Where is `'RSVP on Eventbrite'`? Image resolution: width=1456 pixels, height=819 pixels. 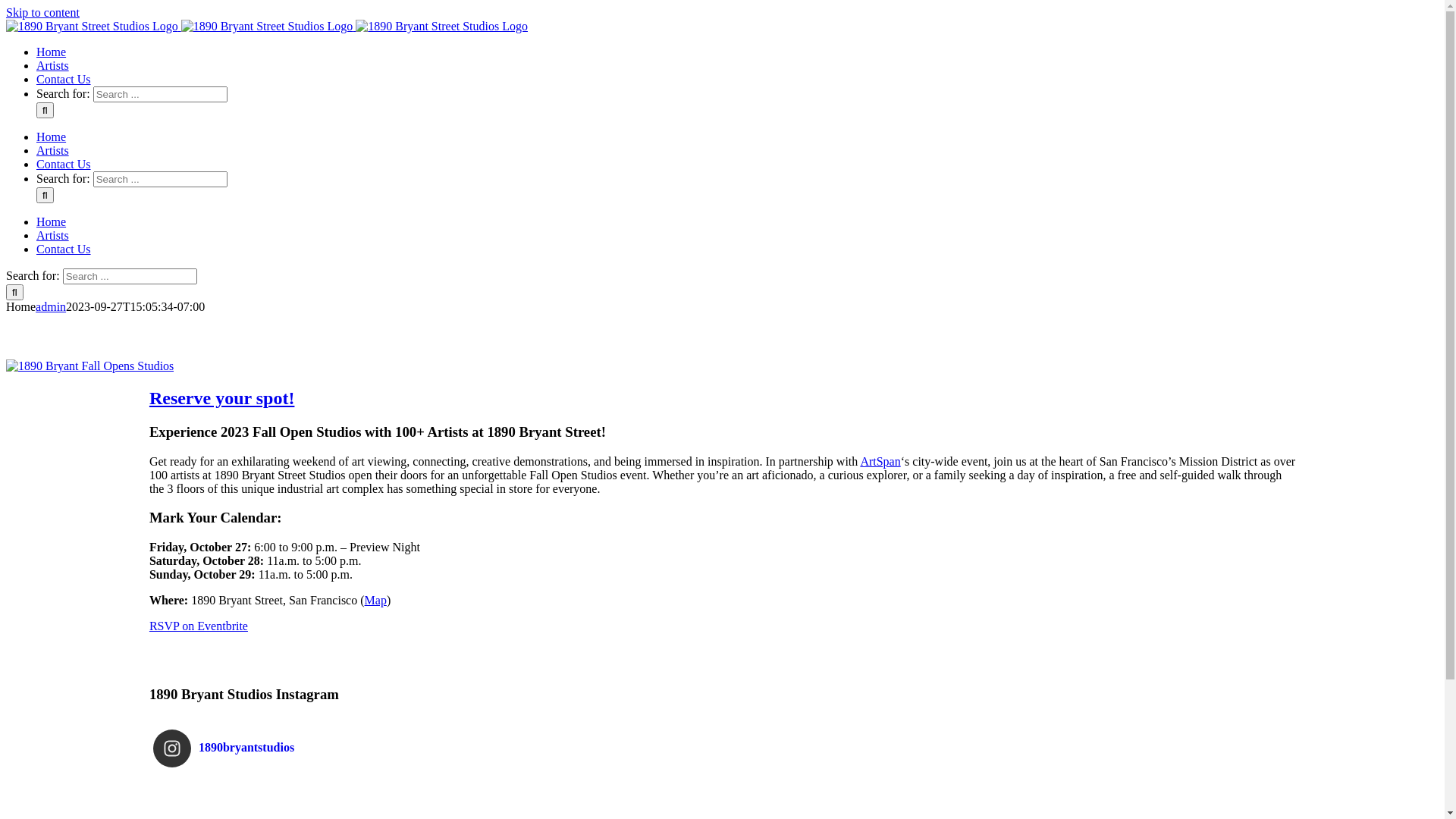 'RSVP on Eventbrite' is located at coordinates (149, 626).